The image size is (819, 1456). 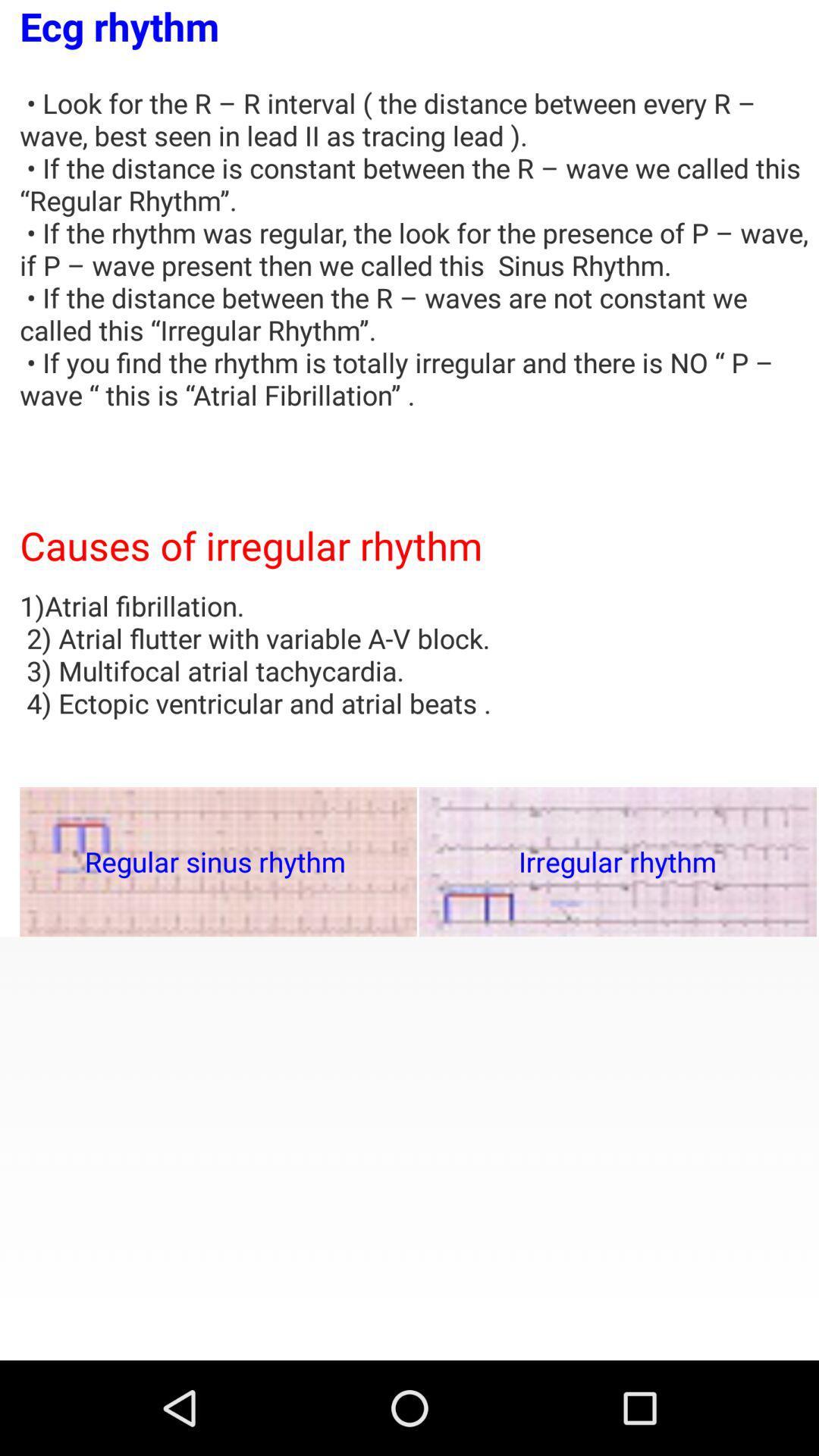 What do you see at coordinates (218, 861) in the screenshot?
I see `the item below 1 atrial fibrillation` at bounding box center [218, 861].